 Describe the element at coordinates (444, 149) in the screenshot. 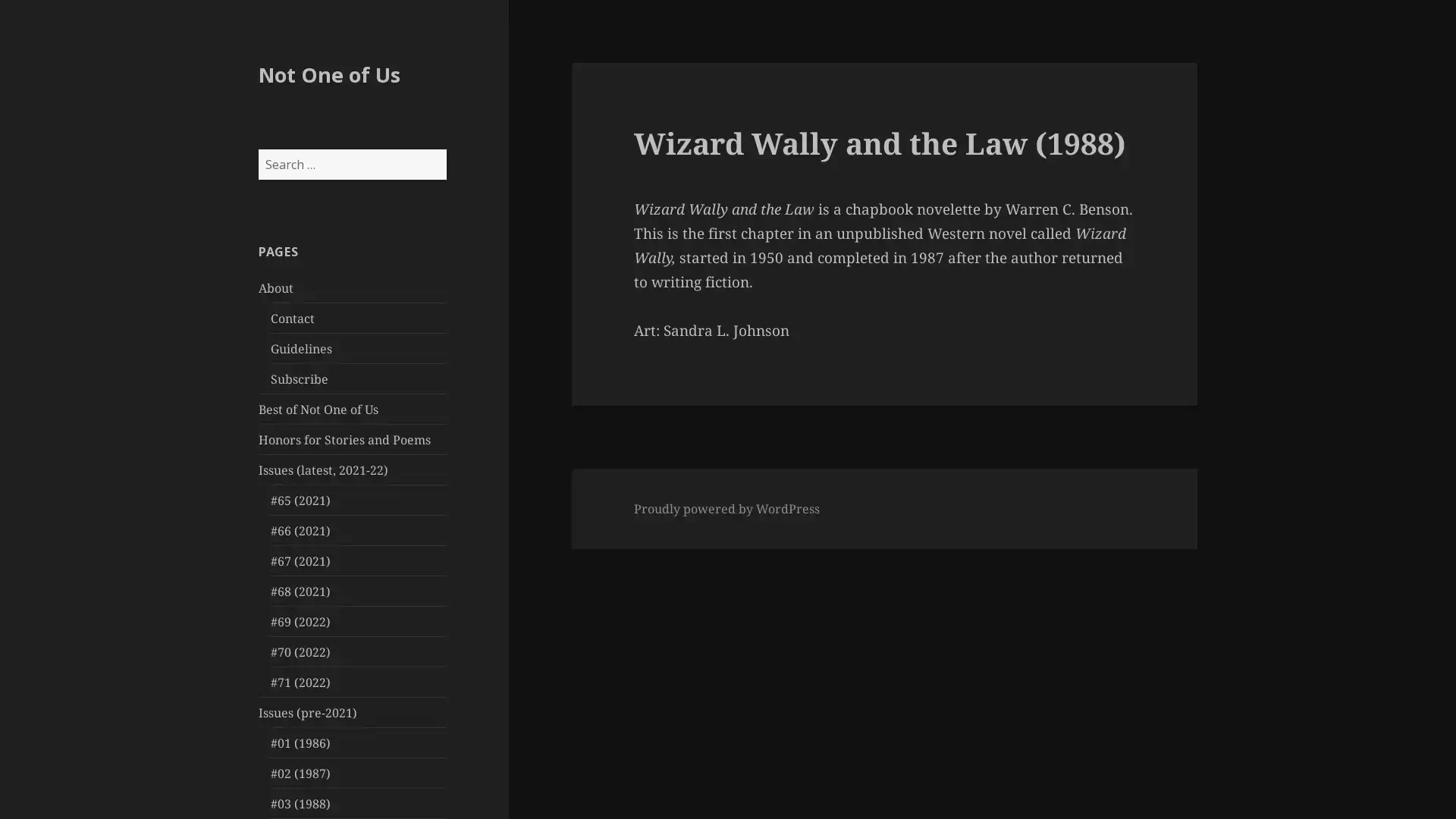

I see `Search` at that location.